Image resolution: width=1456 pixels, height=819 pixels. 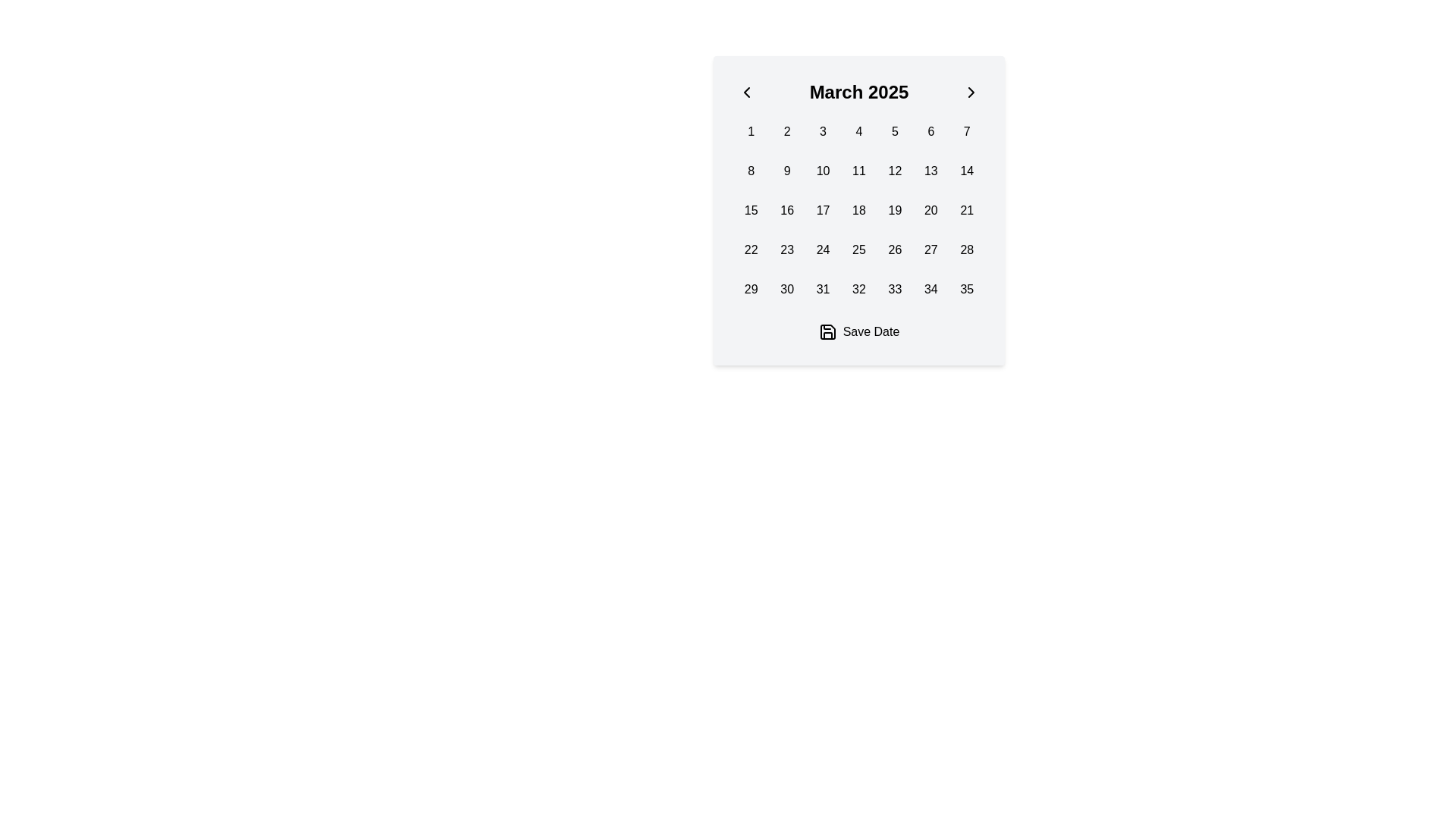 I want to click on the upper portion of the save icon, which is part of the decorative icon representing the save functionality, located near the 'Save Date' label, so click(x=827, y=331).